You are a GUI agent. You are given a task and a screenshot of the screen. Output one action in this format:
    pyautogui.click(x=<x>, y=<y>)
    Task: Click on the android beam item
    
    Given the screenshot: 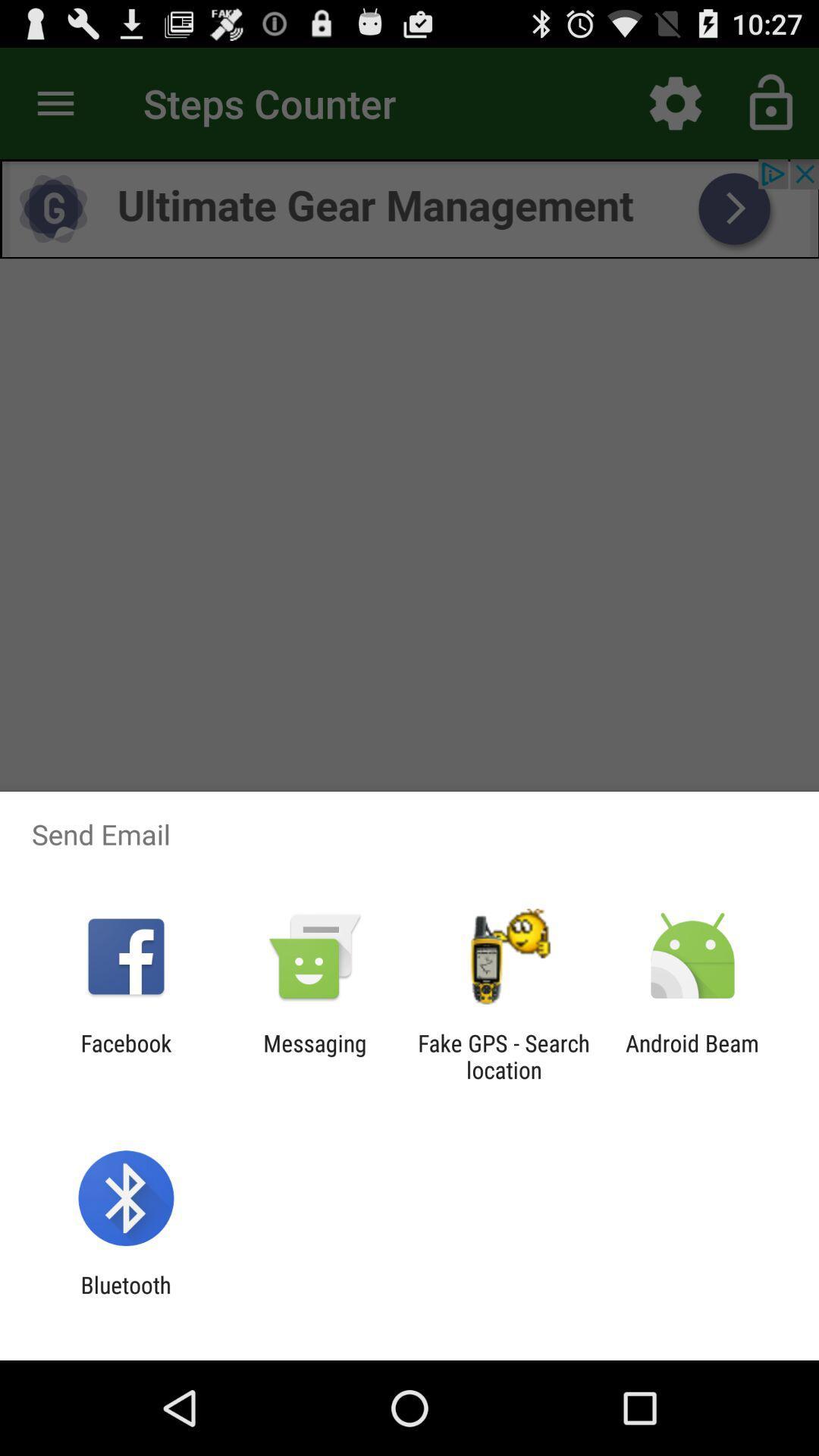 What is the action you would take?
    pyautogui.click(x=692, y=1056)
    